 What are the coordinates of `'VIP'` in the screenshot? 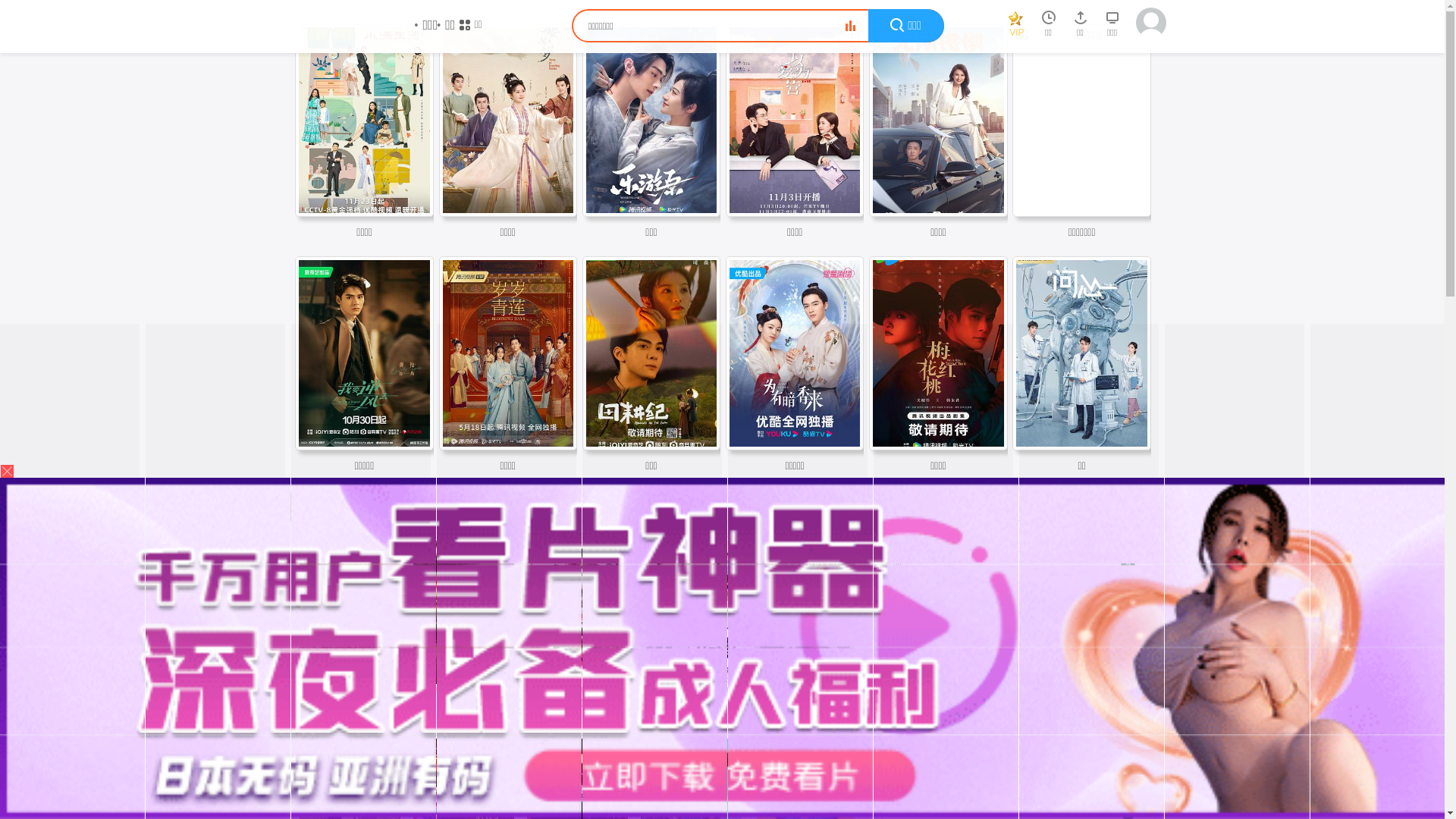 It's located at (1015, 27).